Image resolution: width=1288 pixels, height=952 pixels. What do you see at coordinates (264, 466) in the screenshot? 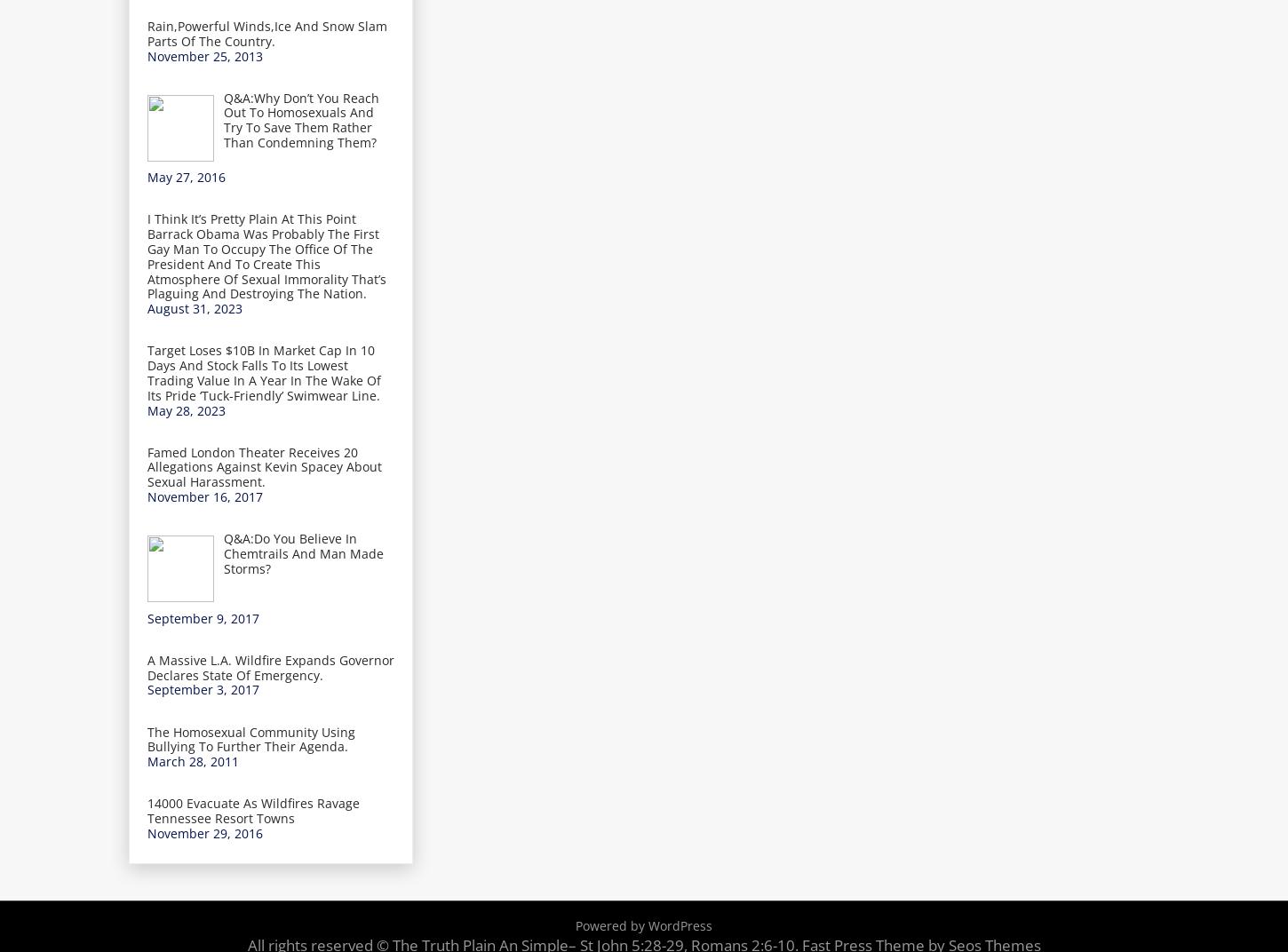
I see `'Famed London Theater Receives 20 Allegations Against Kevin Spacey About Sexual Harassment.'` at bounding box center [264, 466].